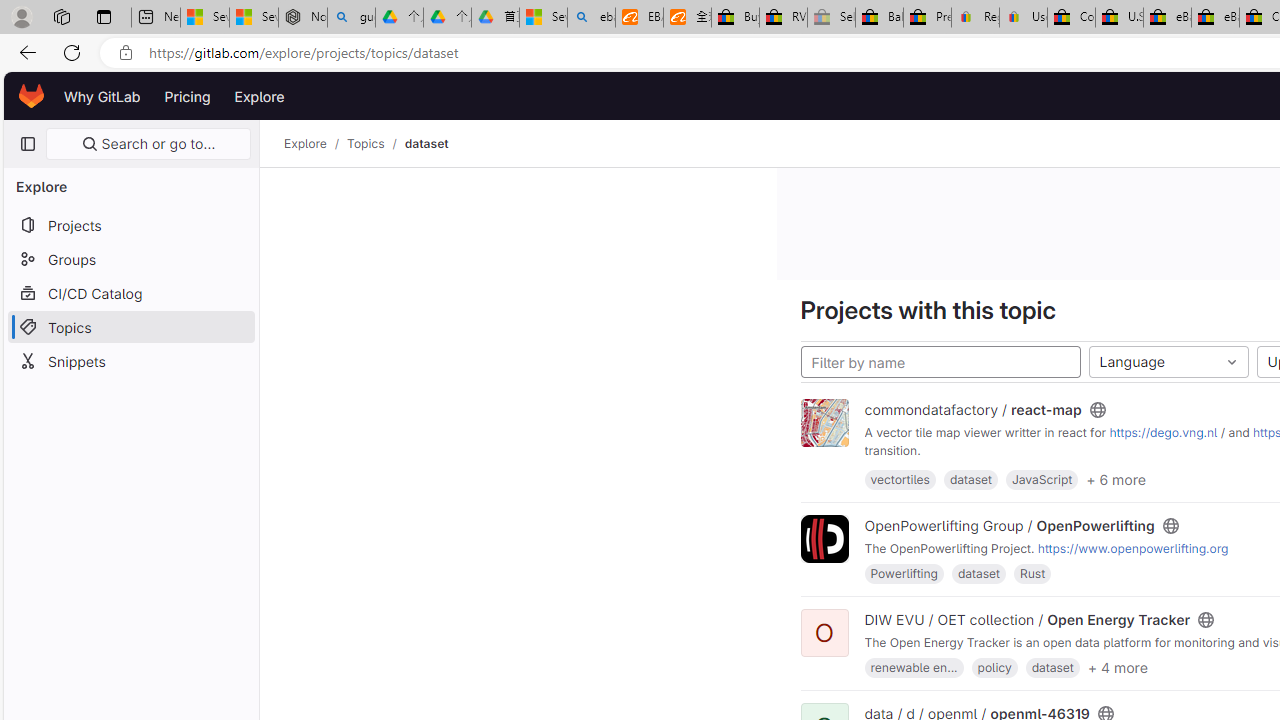 The width and height of the screenshot is (1280, 720). Describe the element at coordinates (734, 17) in the screenshot. I see `'Buy Auto Parts & Accessories | eBay'` at that location.